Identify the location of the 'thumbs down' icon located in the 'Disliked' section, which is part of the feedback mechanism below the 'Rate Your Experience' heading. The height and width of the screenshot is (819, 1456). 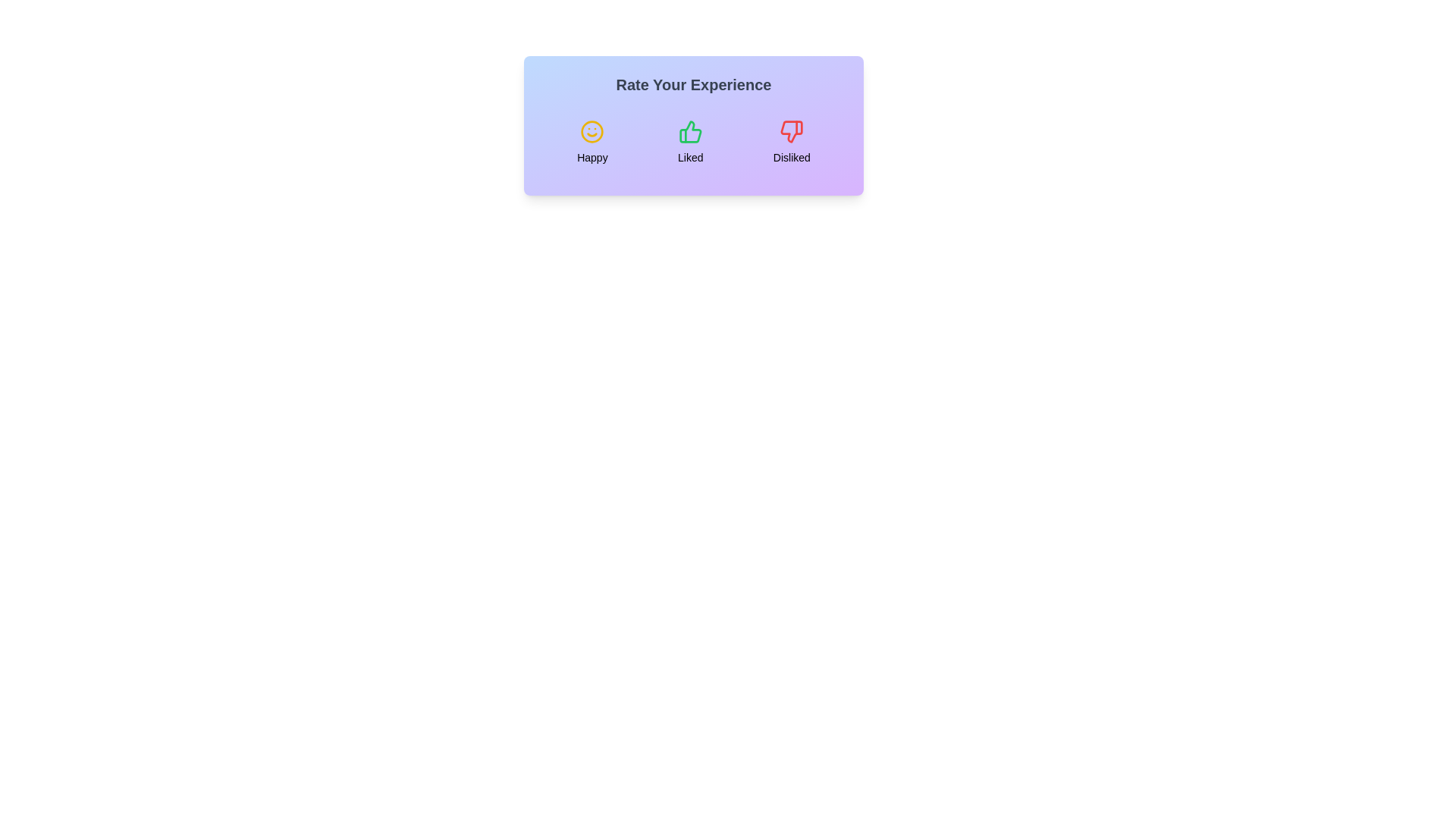
(791, 130).